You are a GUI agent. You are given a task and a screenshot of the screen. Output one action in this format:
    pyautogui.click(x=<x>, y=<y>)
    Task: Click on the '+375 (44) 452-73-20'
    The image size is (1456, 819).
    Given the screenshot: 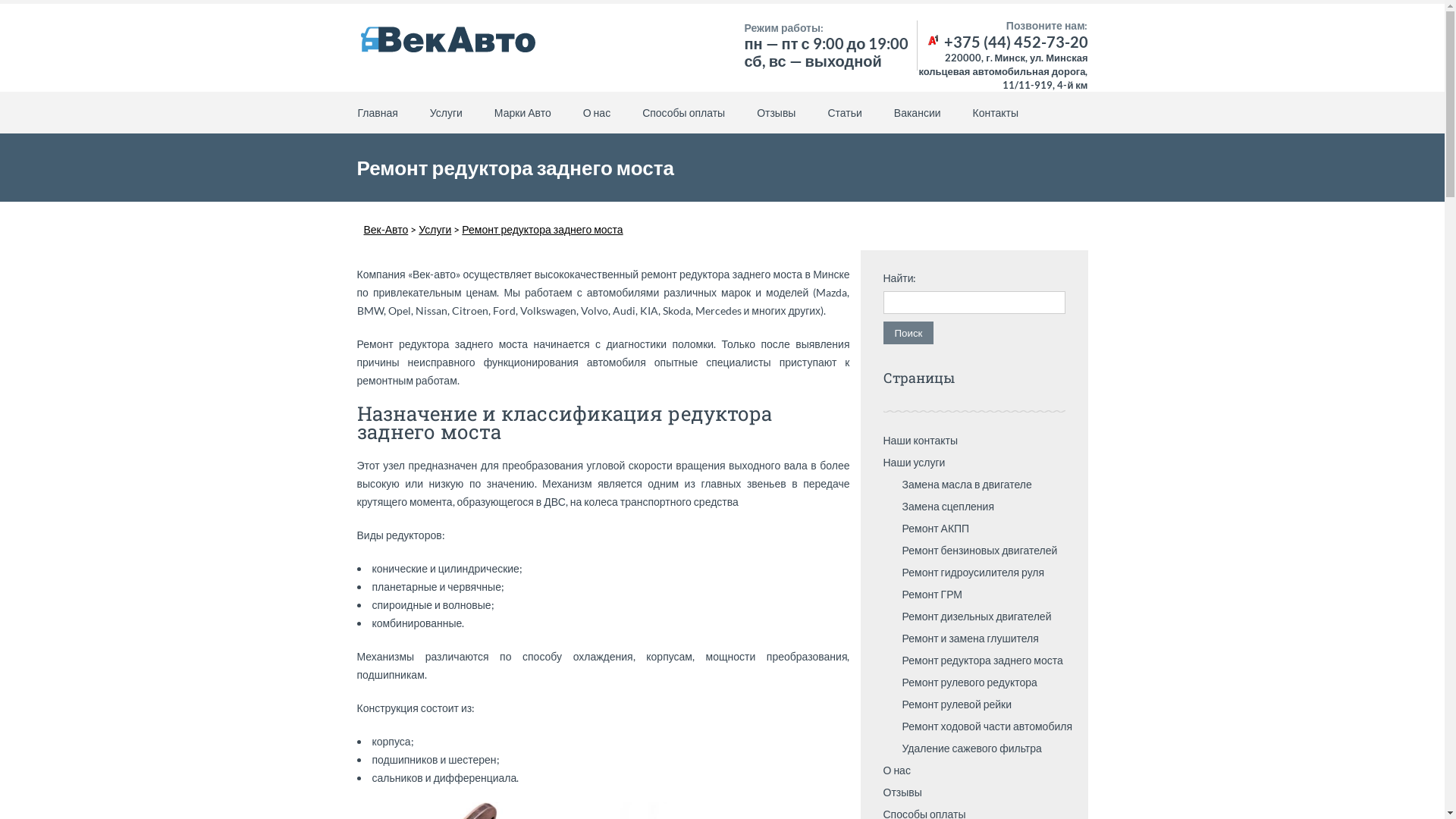 What is the action you would take?
    pyautogui.click(x=924, y=40)
    